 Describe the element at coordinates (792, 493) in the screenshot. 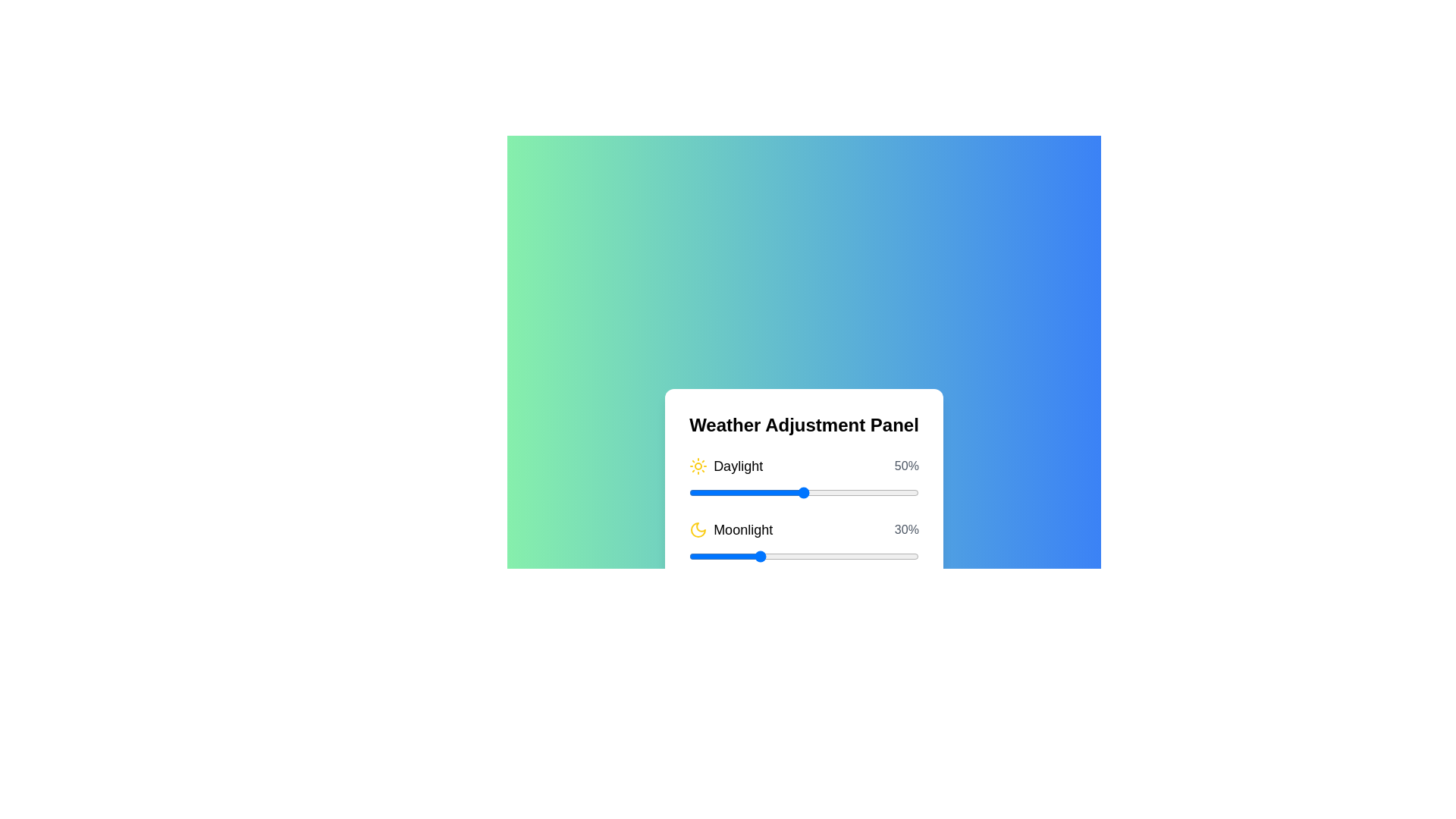

I see `the Daylight slider to 45%` at that location.